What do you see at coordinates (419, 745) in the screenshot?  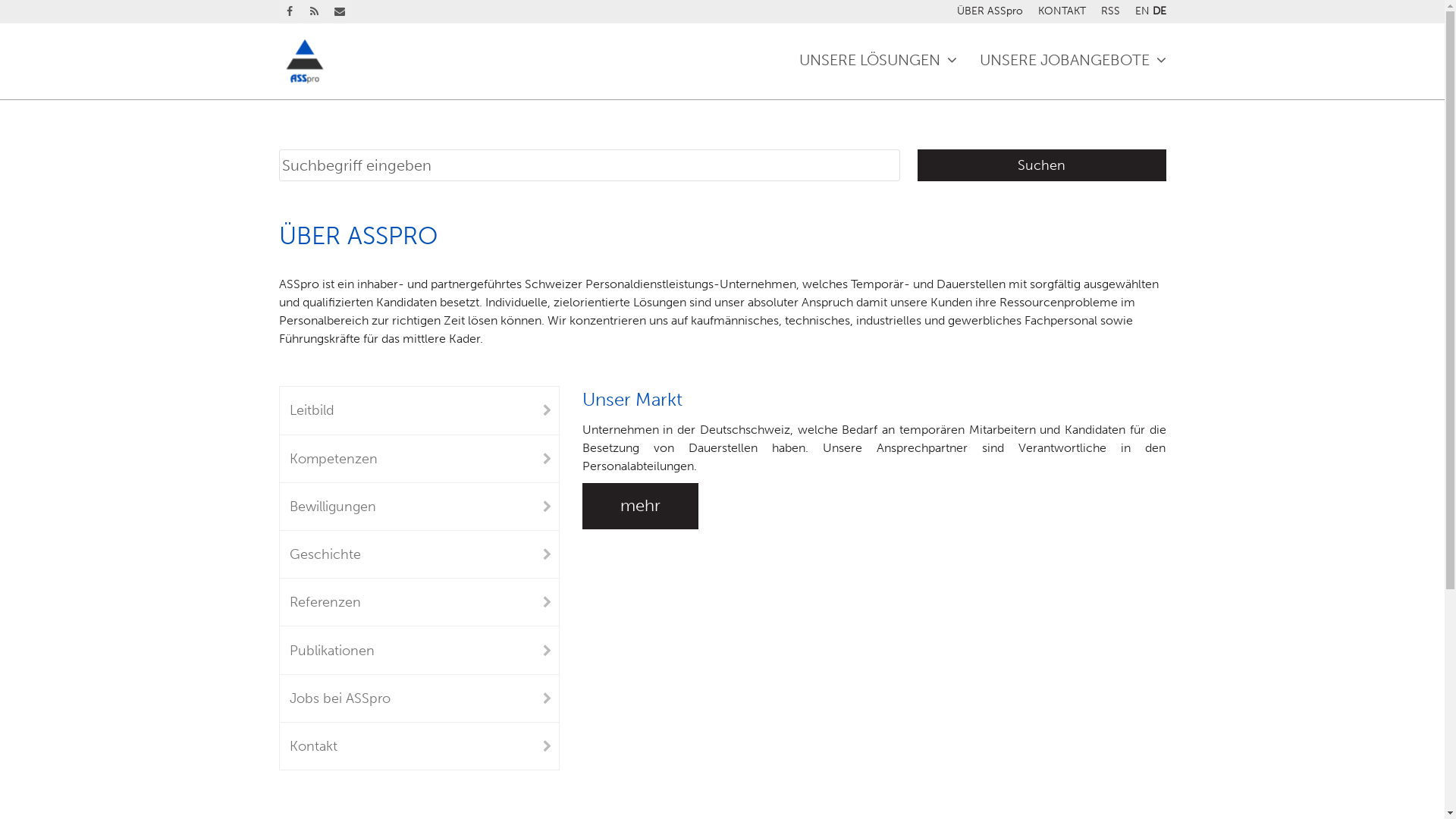 I see `'Kontakt'` at bounding box center [419, 745].